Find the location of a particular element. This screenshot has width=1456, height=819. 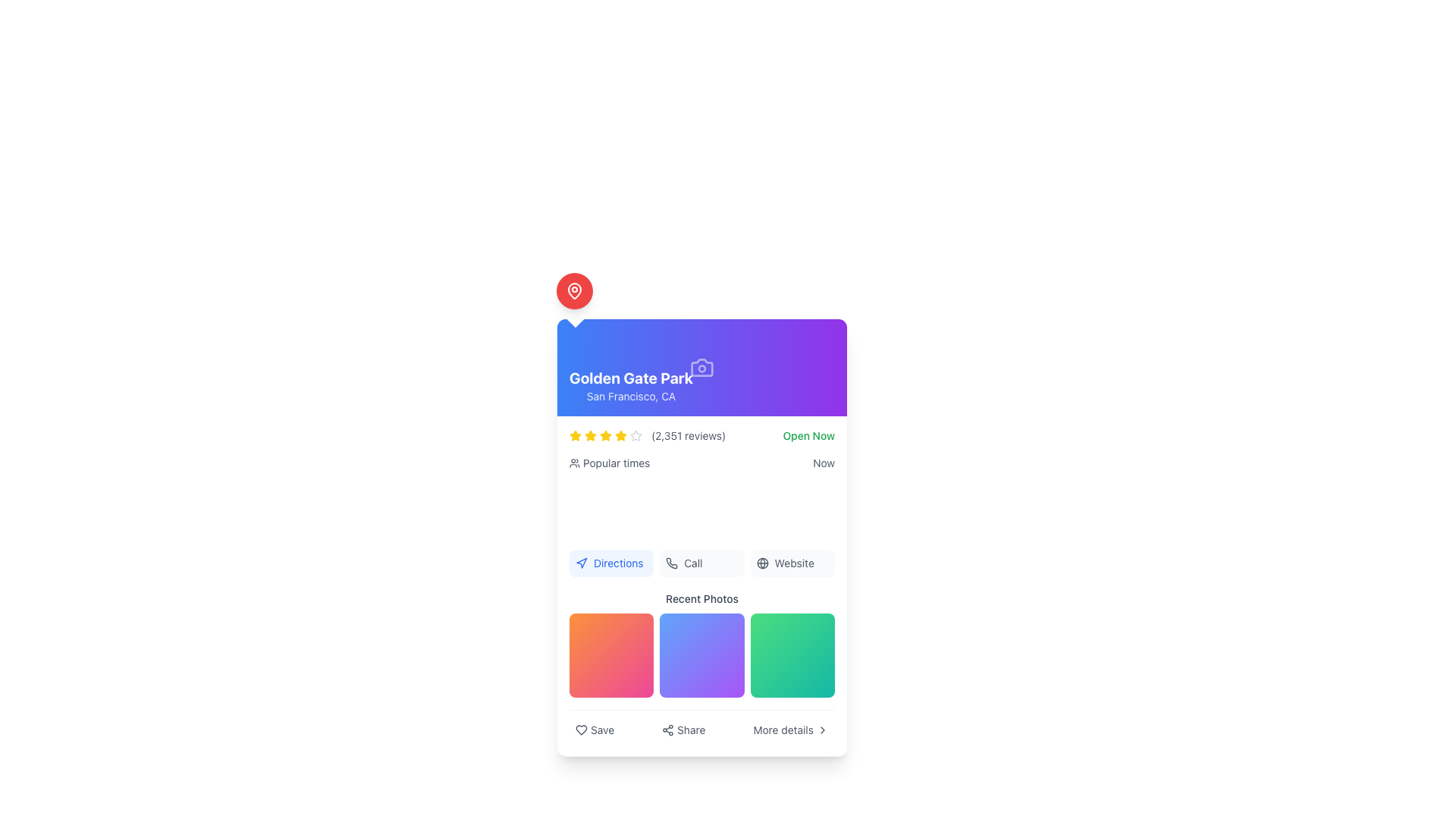

the heart icon located within the 'Save' button, positioned to the left of the text 'Save' at the bottom-left of the card interface is located at coordinates (581, 730).